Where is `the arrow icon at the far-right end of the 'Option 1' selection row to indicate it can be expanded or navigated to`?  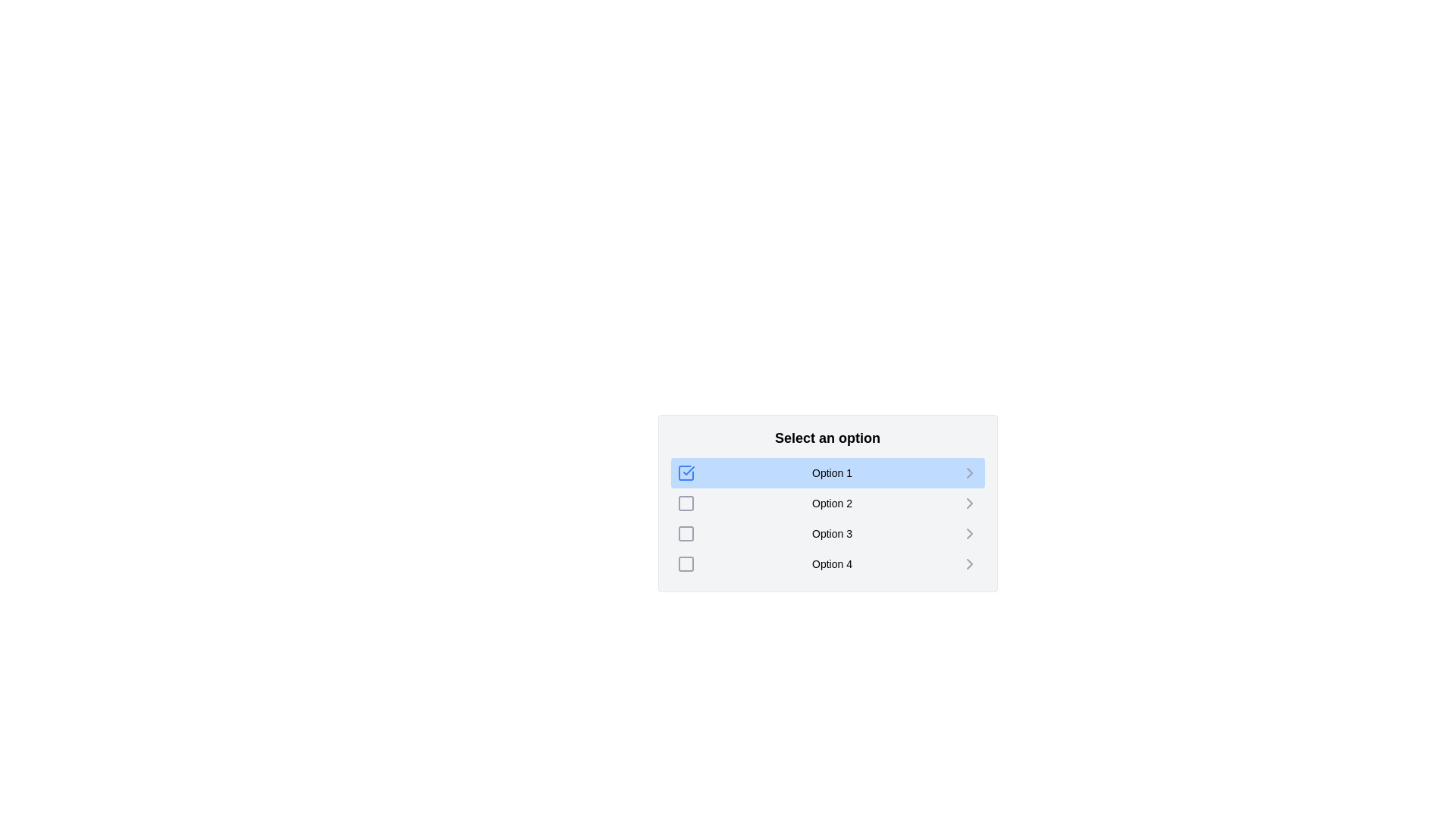 the arrow icon at the far-right end of the 'Option 1' selection row to indicate it can be expanded or navigated to is located at coordinates (968, 472).